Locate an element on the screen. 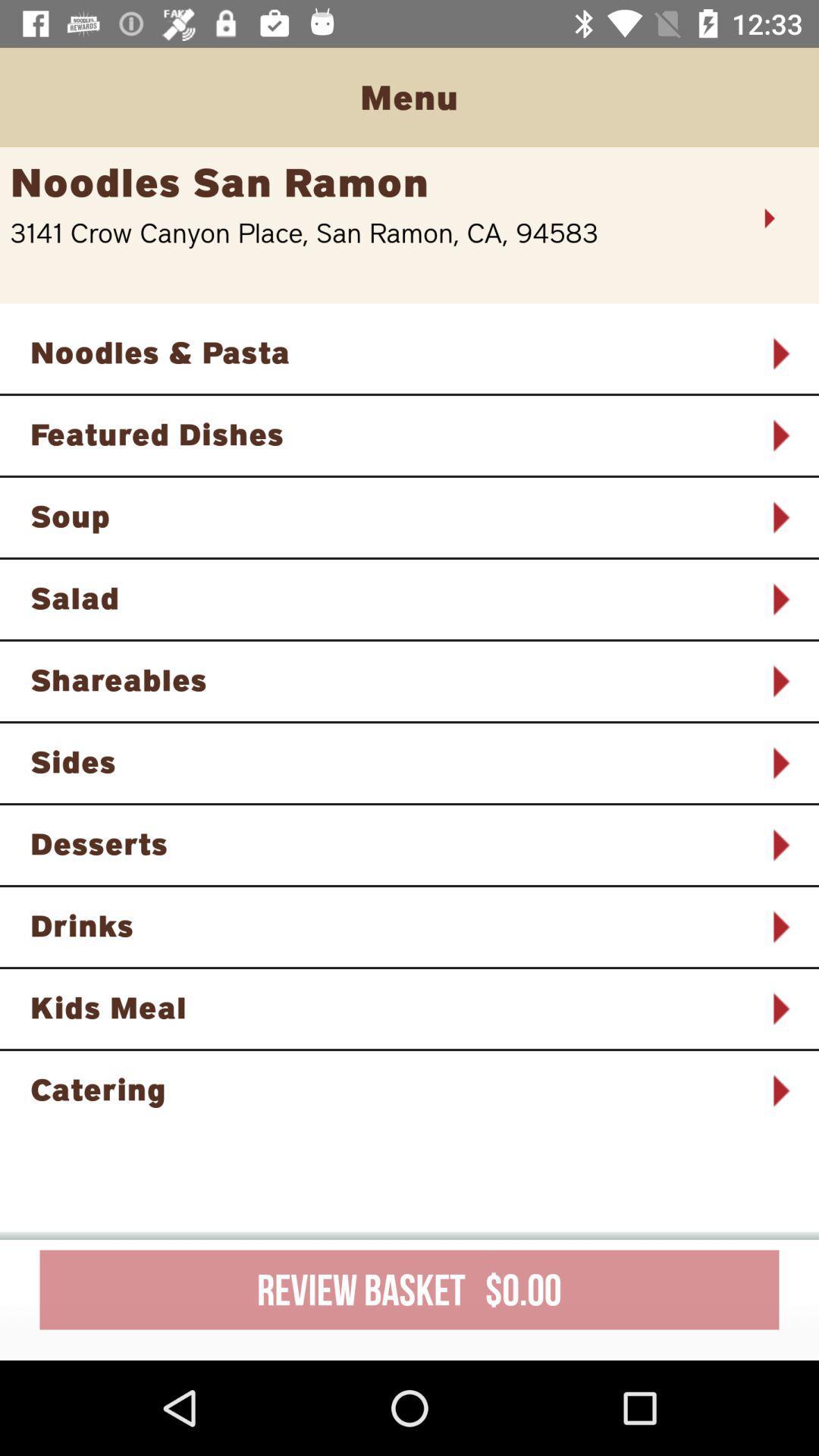 The image size is (819, 1456). the icon next to sides is located at coordinates (780, 763).